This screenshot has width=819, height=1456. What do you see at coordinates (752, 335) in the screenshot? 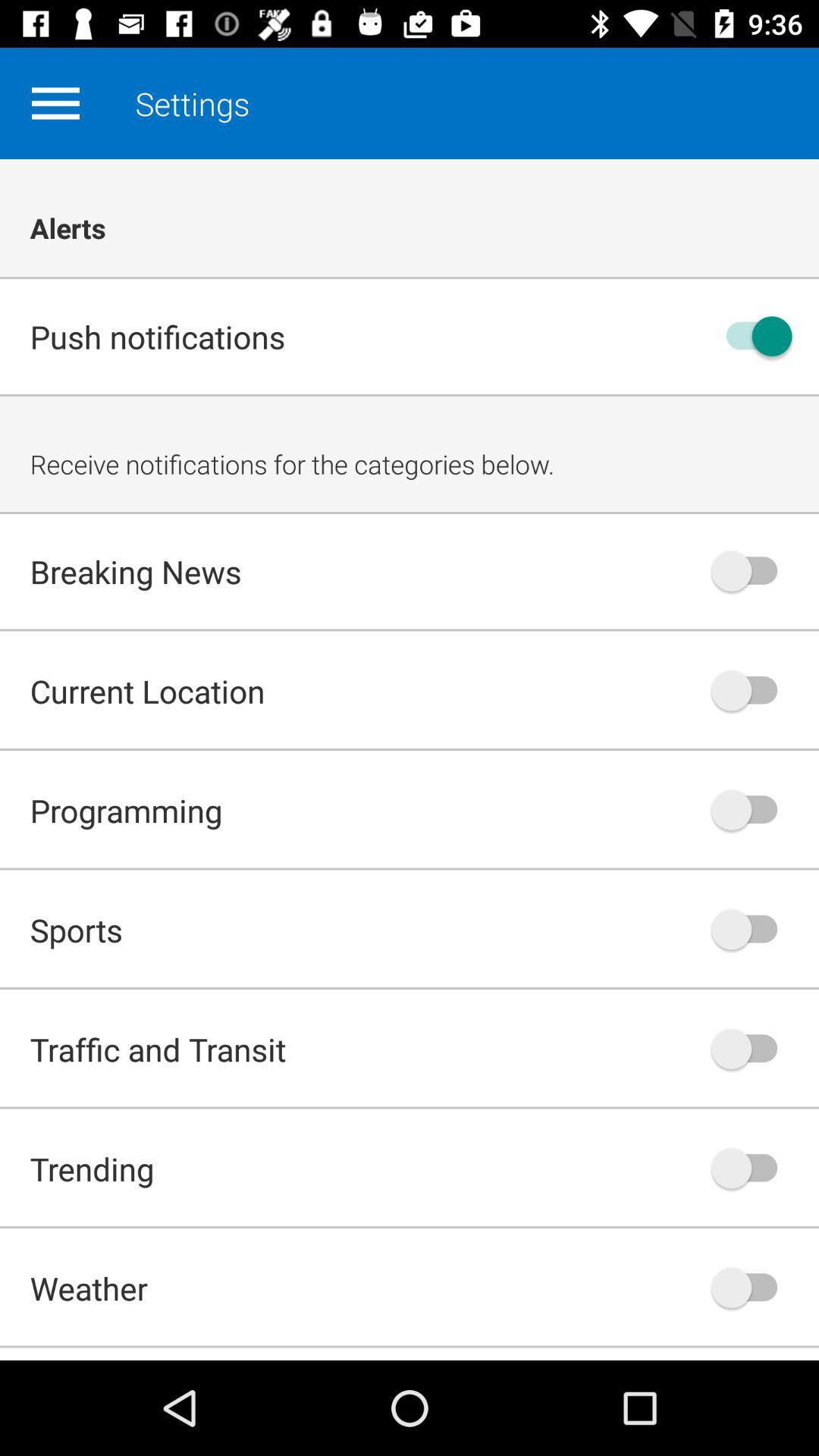
I see `push notifications` at bounding box center [752, 335].